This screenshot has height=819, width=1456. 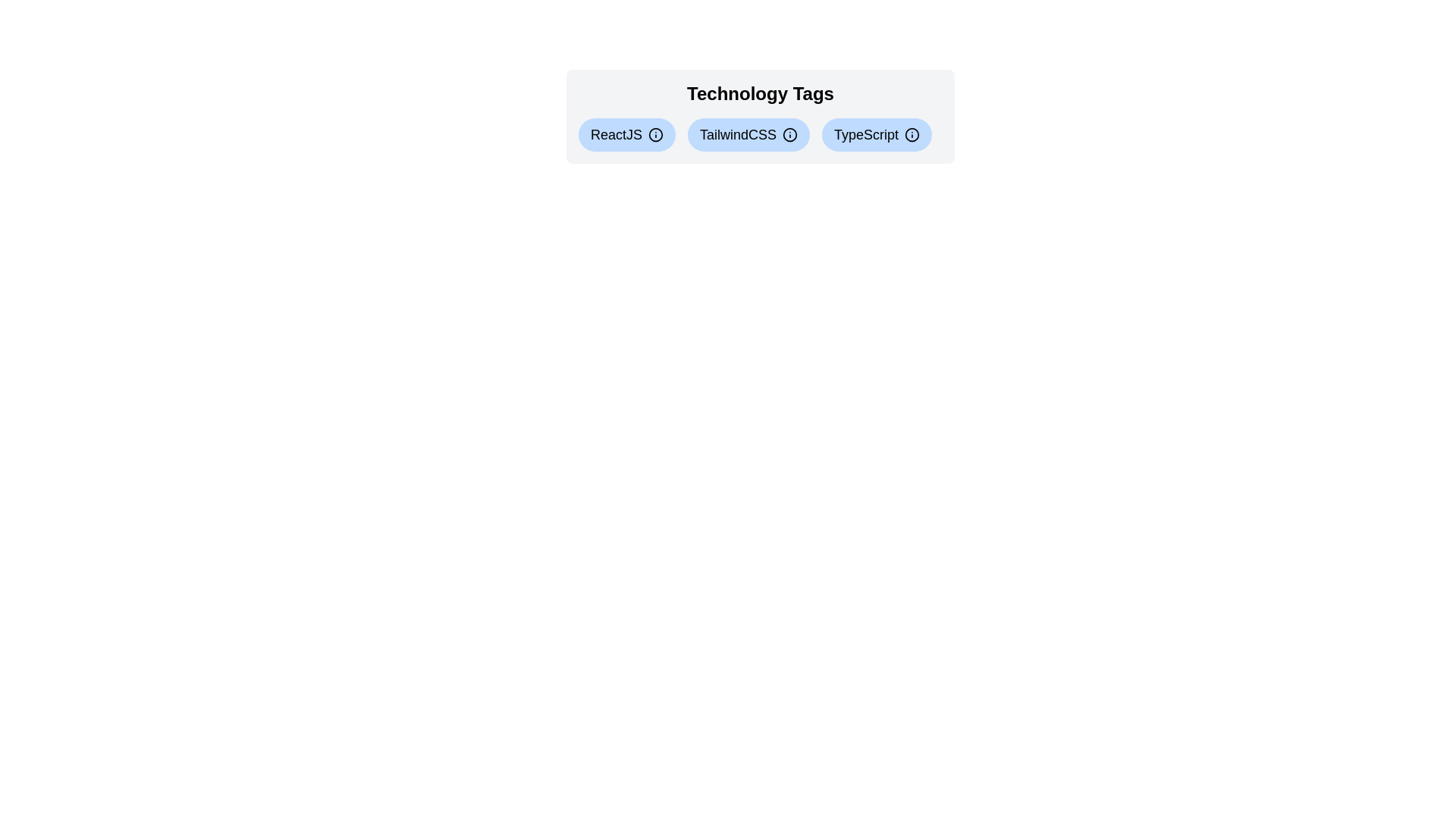 I want to click on the tag labeled ReactJS, so click(x=626, y=133).